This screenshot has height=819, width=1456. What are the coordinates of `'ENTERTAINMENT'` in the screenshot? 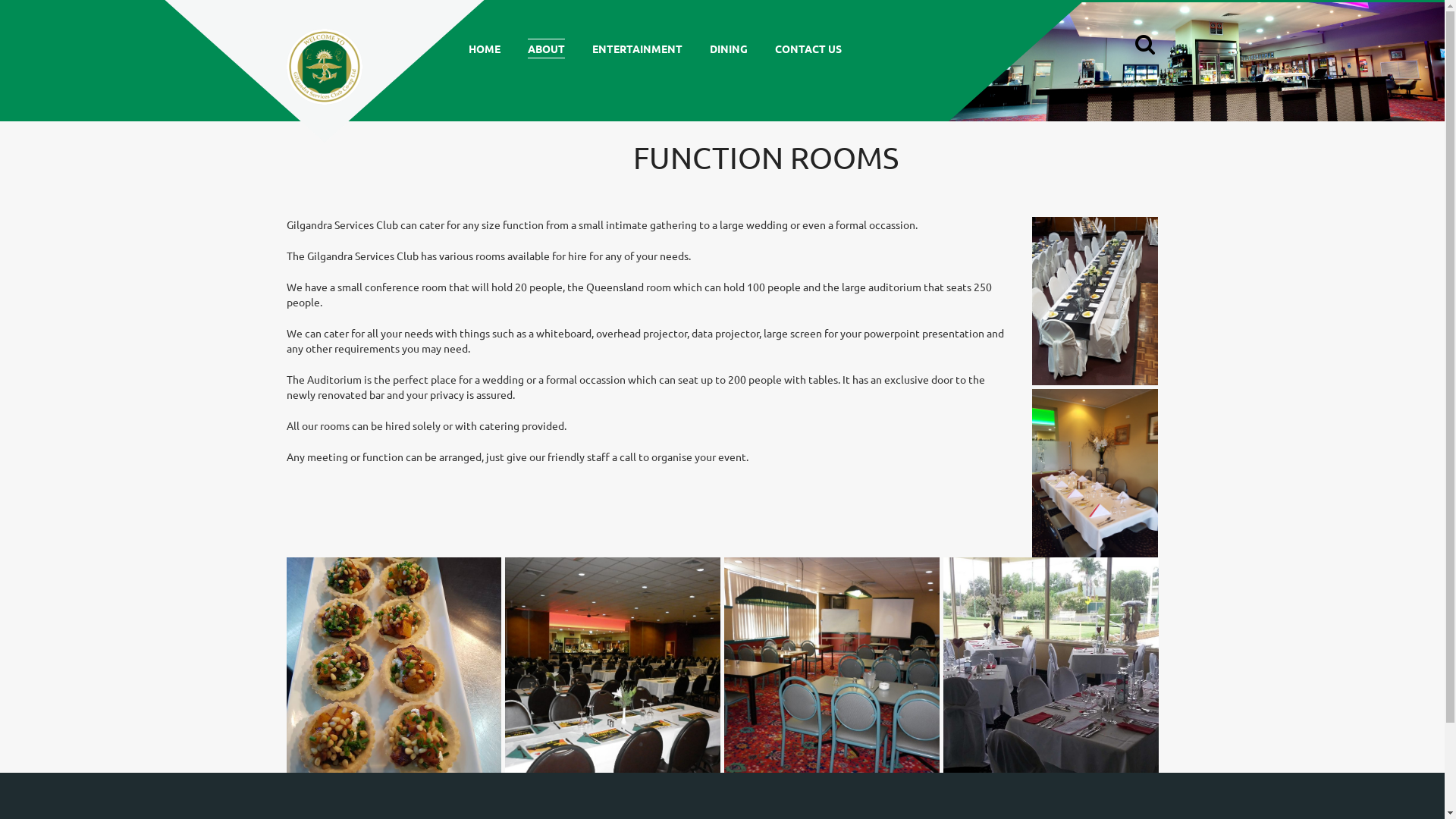 It's located at (636, 48).